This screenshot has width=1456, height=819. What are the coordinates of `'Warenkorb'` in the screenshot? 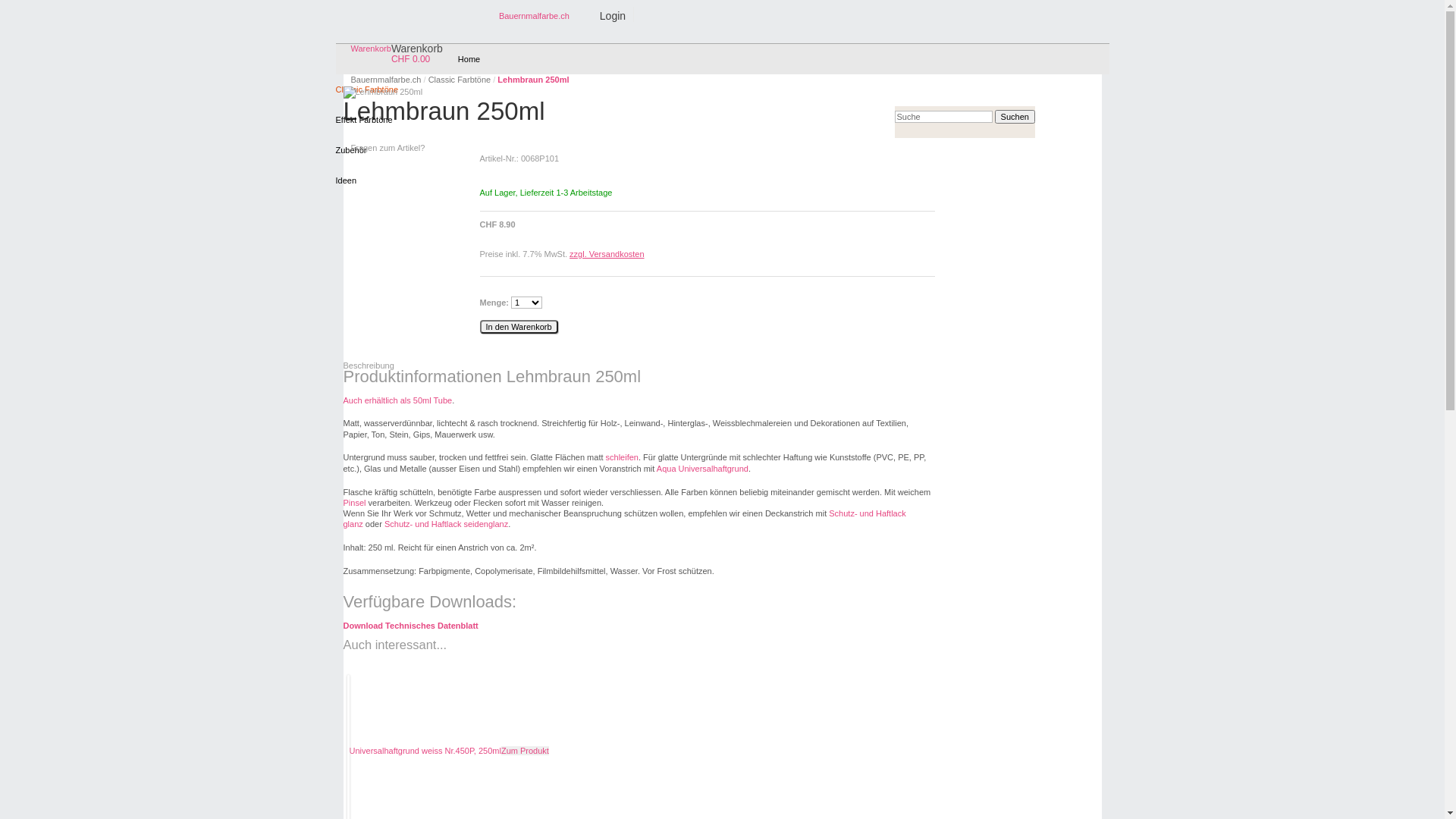 It's located at (370, 48).